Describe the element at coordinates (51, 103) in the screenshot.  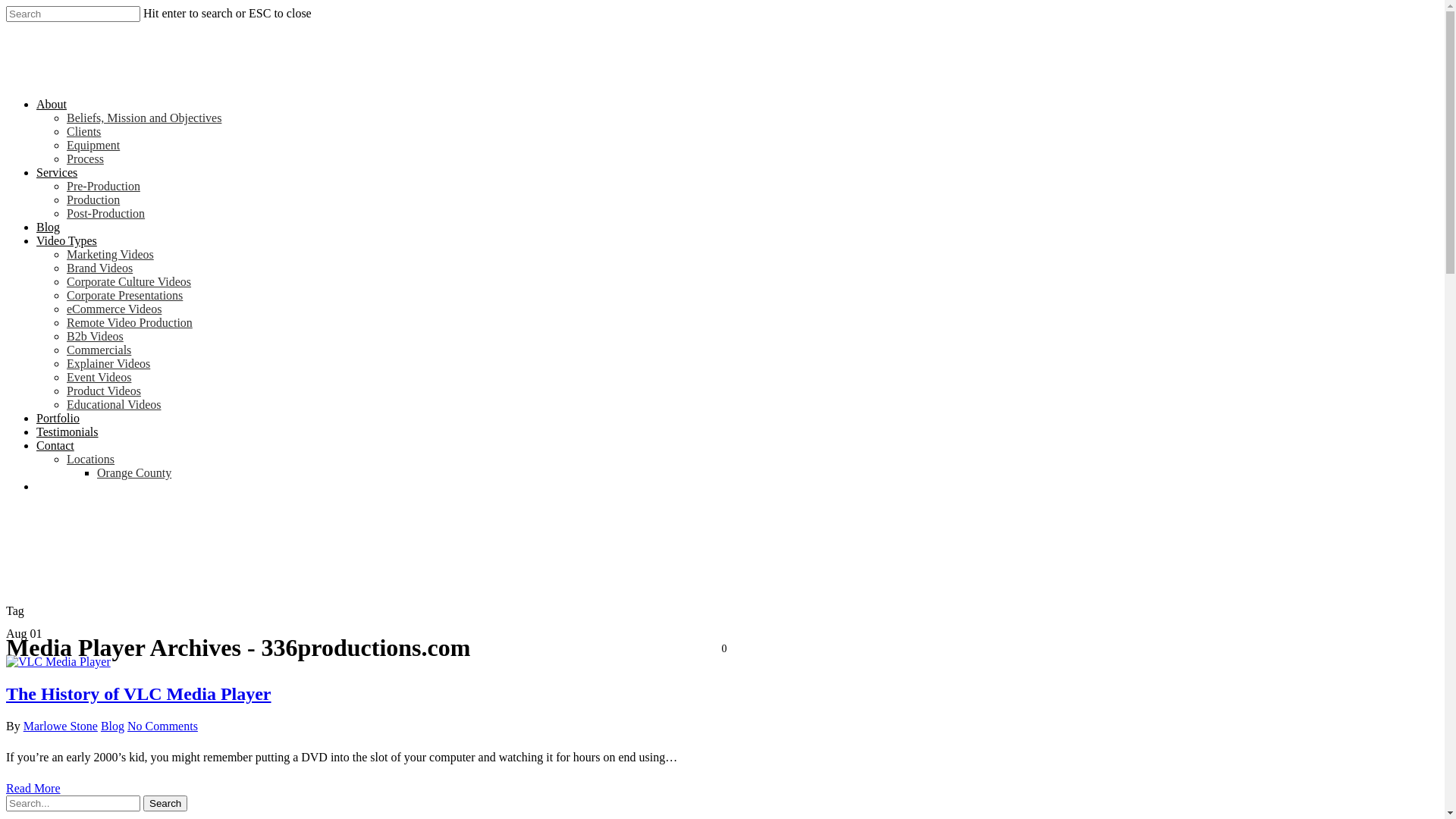
I see `'About'` at that location.